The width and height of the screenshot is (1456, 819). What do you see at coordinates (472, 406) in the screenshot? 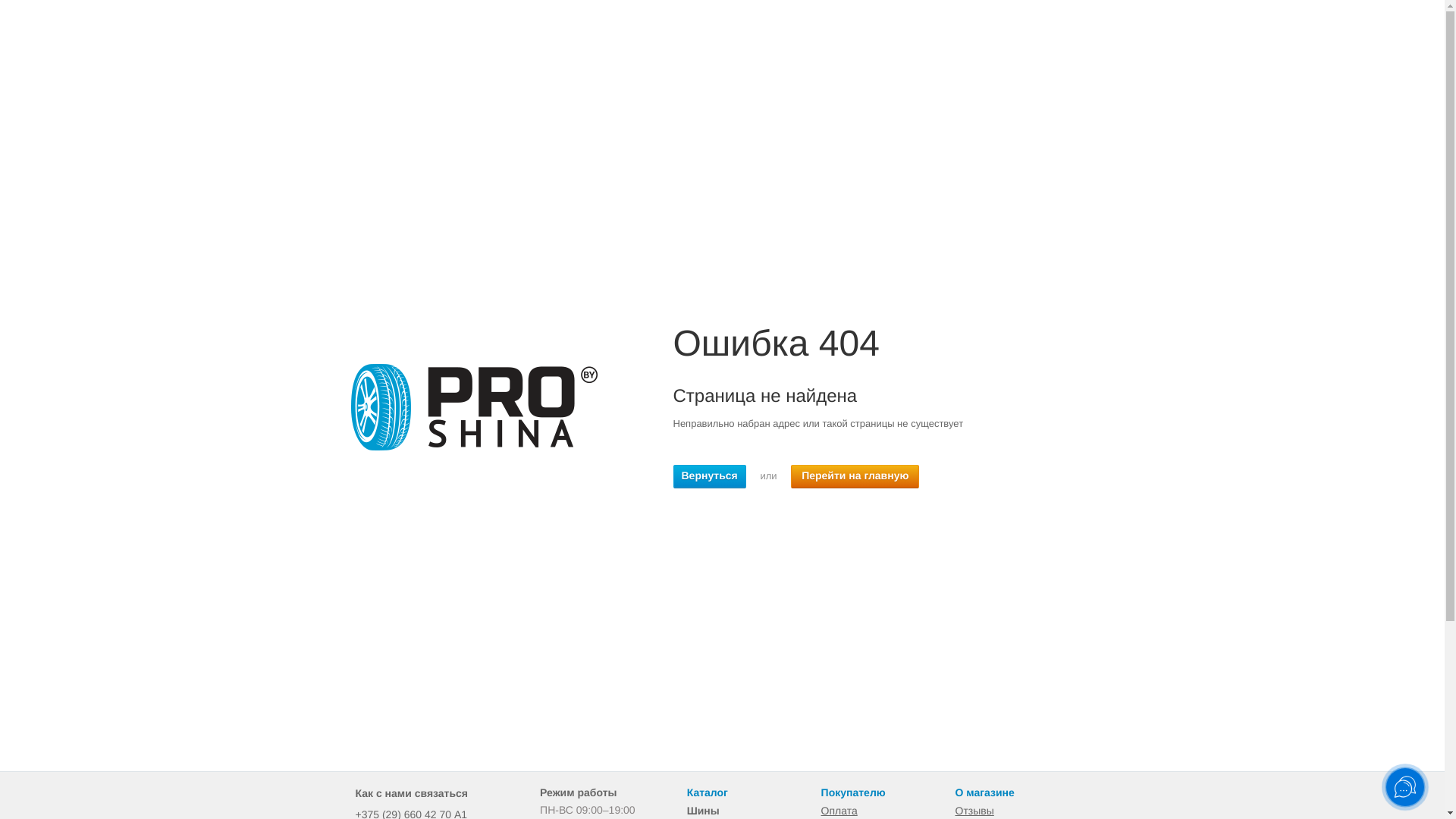
I see `'404'` at bounding box center [472, 406].